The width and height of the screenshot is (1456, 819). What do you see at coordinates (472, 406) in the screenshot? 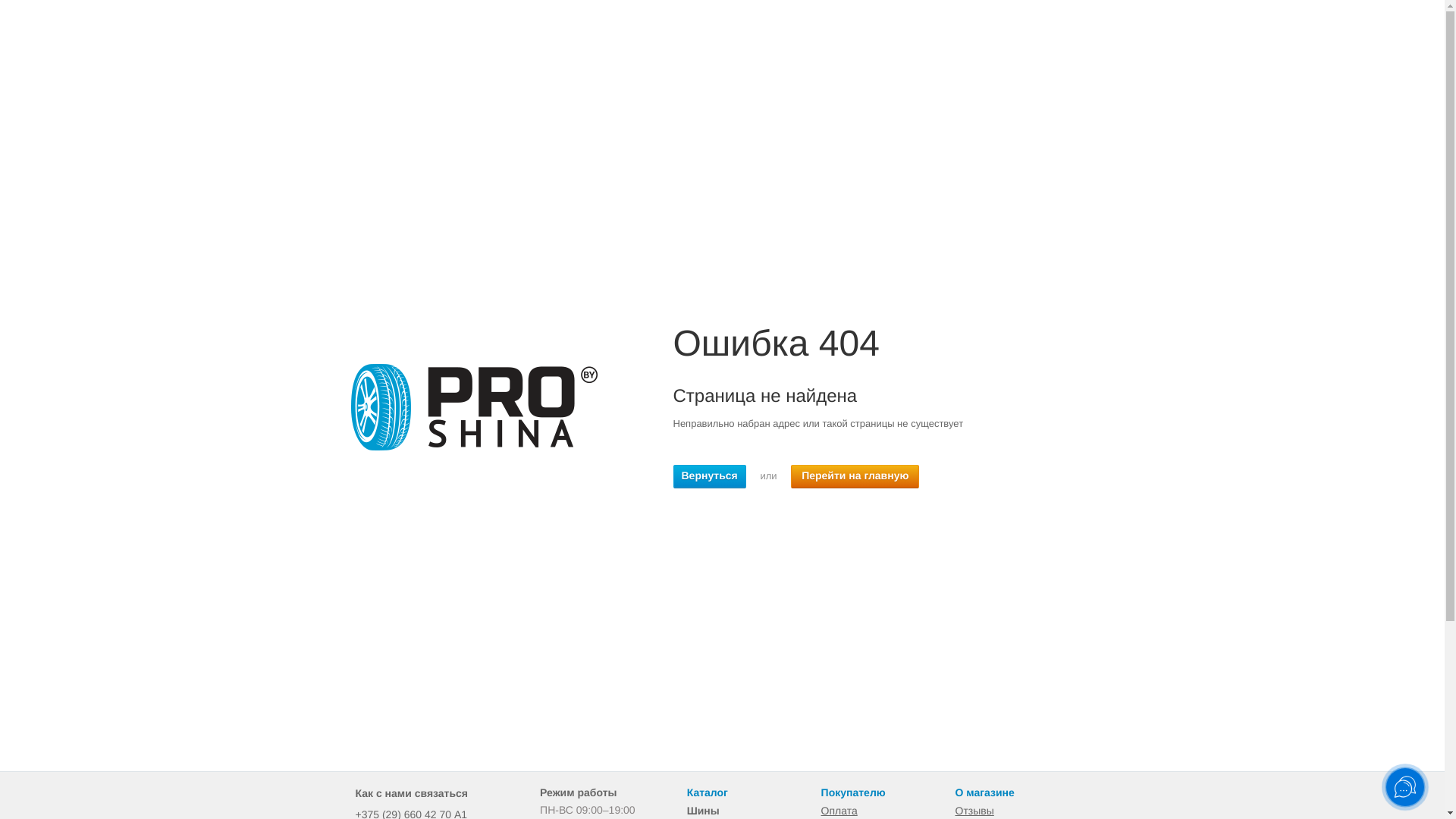
I see `'404'` at bounding box center [472, 406].